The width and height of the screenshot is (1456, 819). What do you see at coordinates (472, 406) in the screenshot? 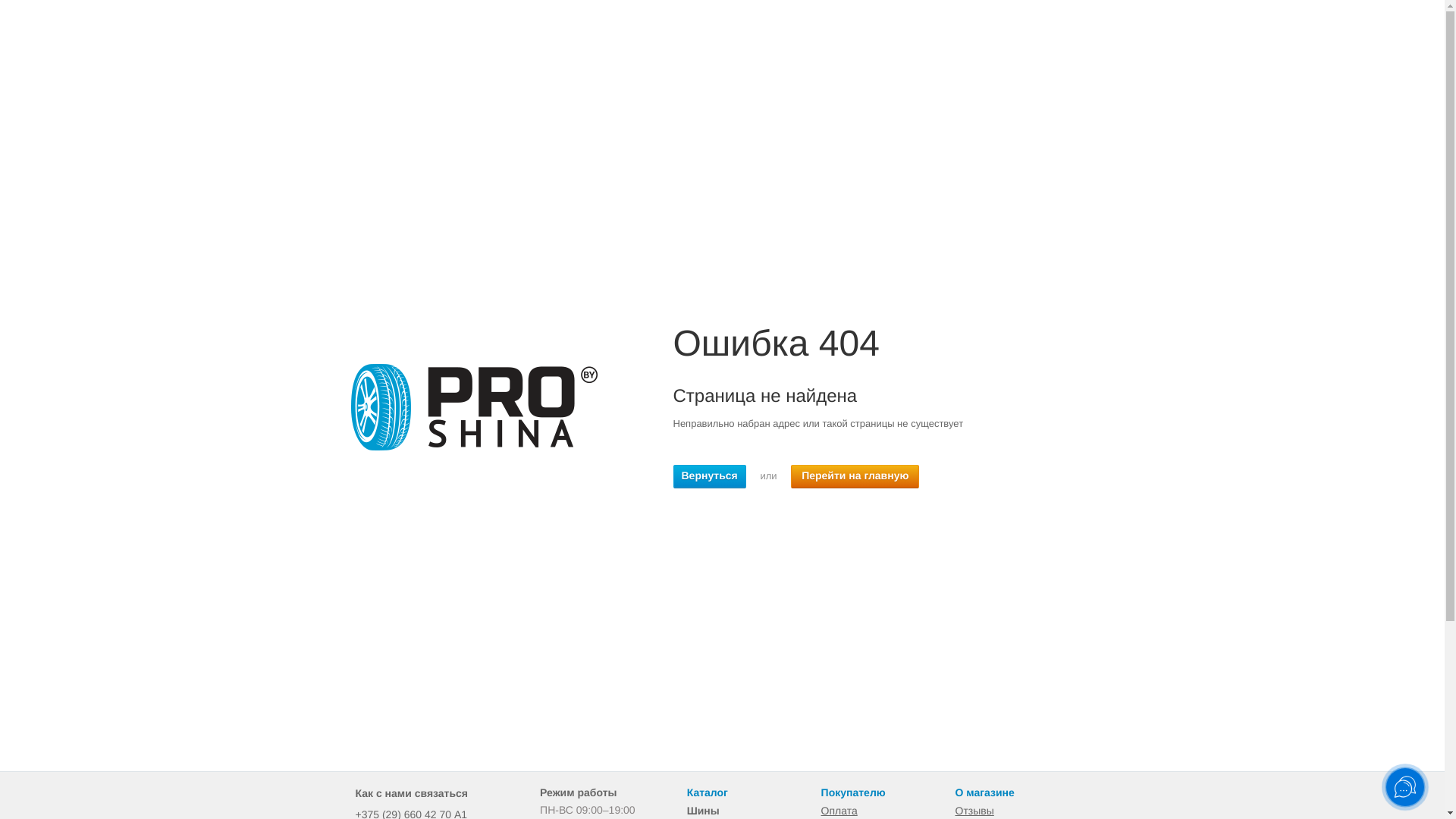
I see `'404'` at bounding box center [472, 406].